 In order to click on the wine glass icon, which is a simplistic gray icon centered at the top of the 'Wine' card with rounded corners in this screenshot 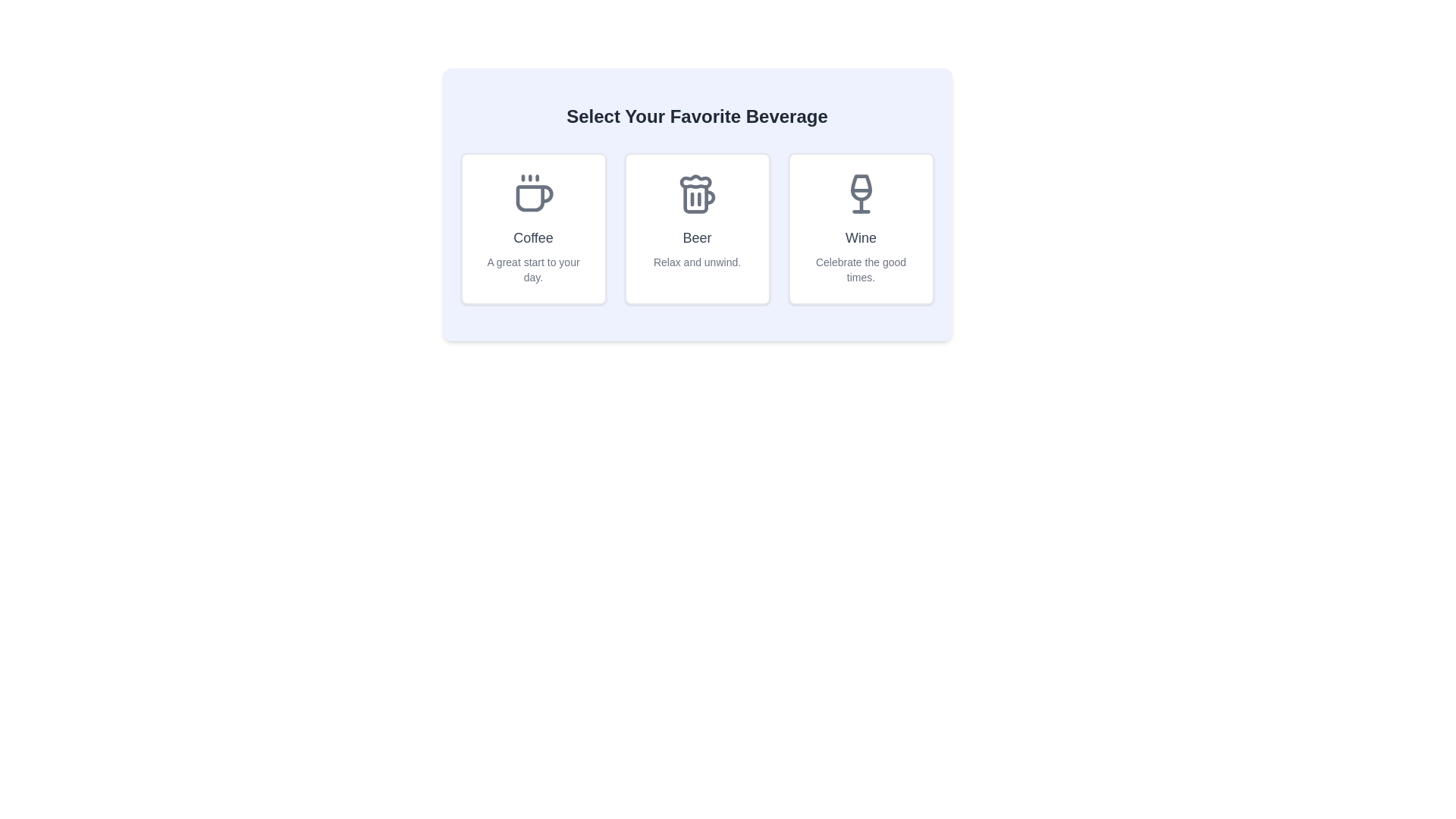, I will do `click(861, 193)`.